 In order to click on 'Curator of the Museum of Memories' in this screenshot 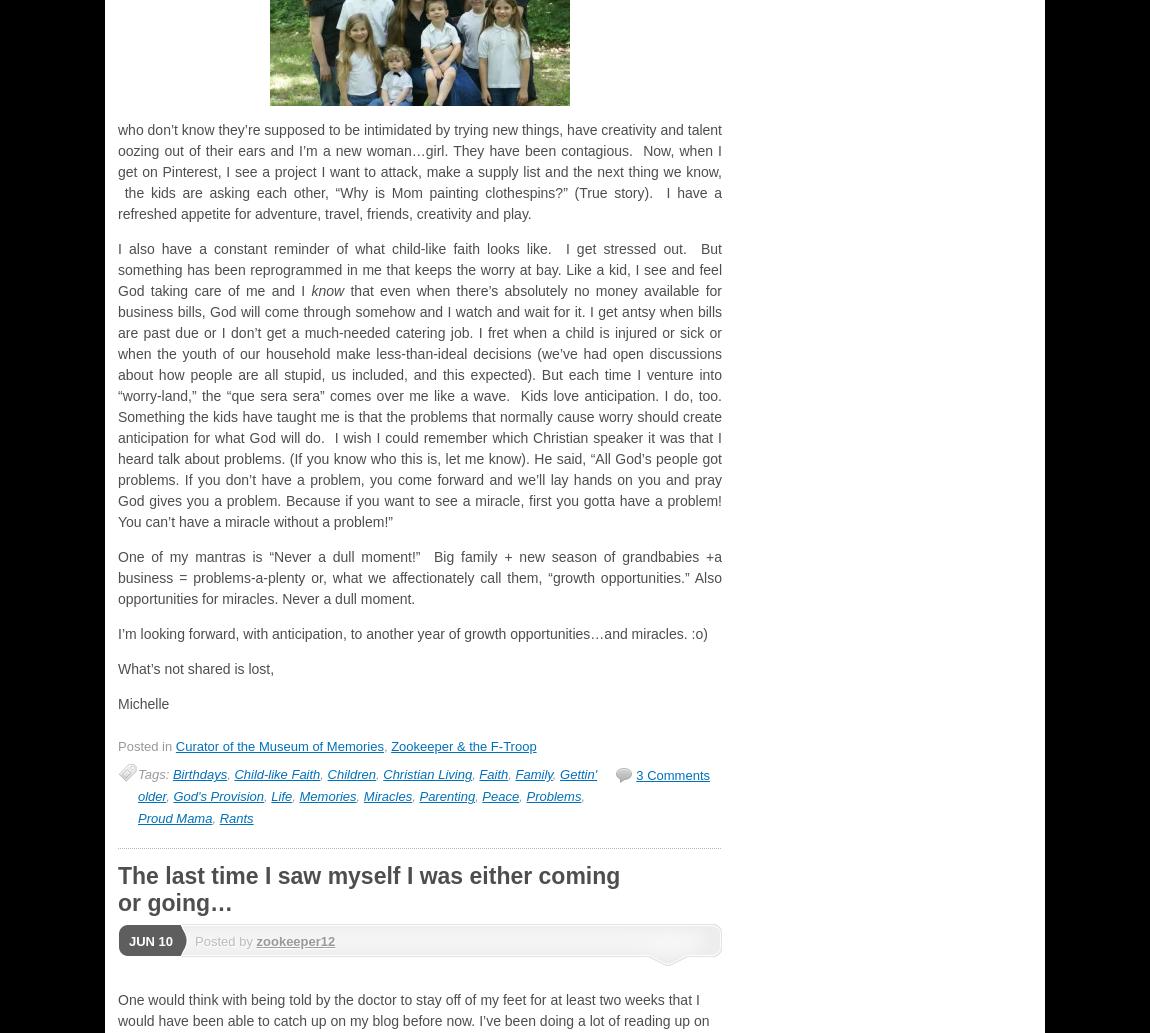, I will do `click(277, 745)`.